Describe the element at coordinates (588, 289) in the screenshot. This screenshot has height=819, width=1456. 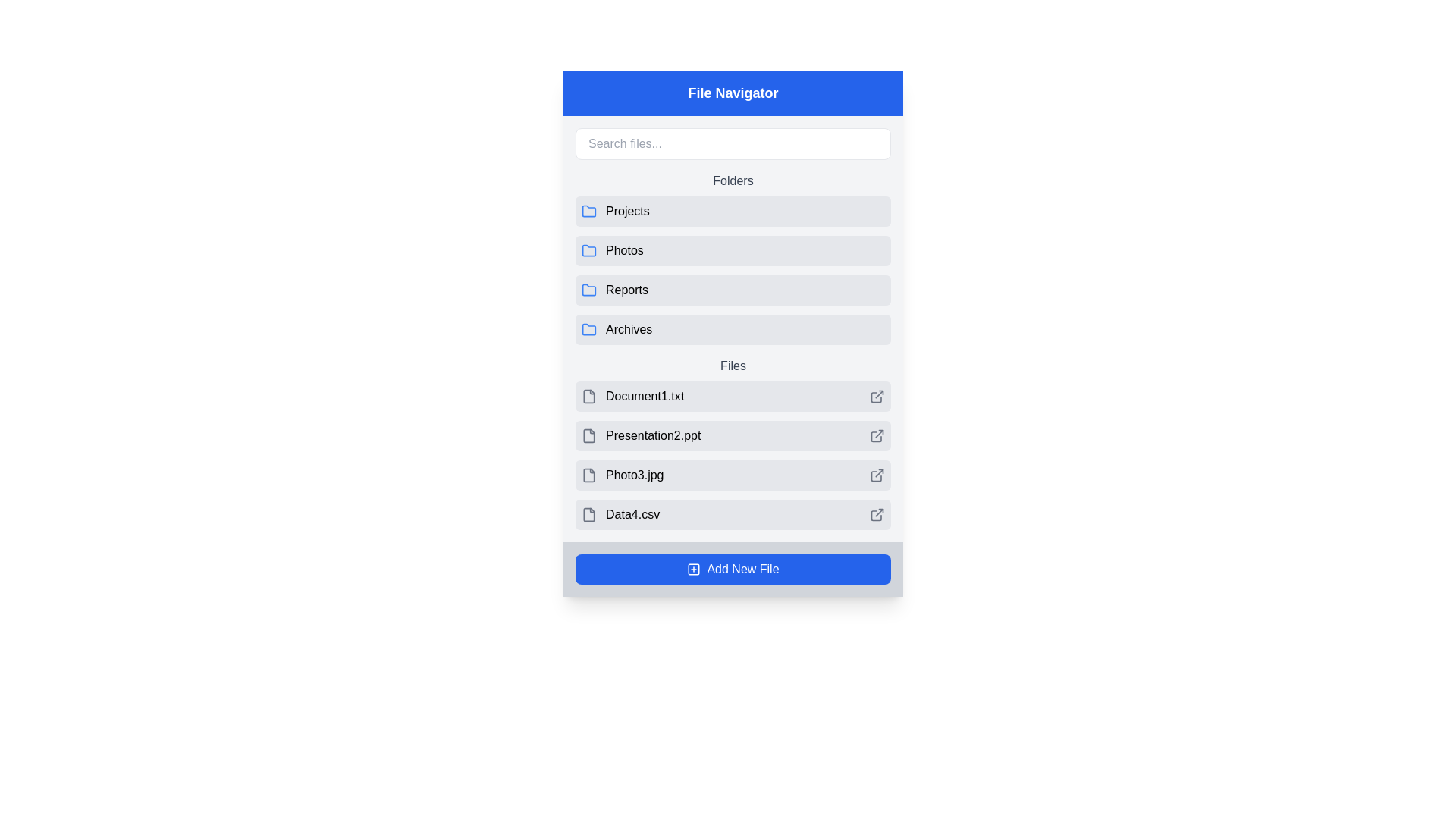
I see `the folder icon representing the 'Reports' category` at that location.